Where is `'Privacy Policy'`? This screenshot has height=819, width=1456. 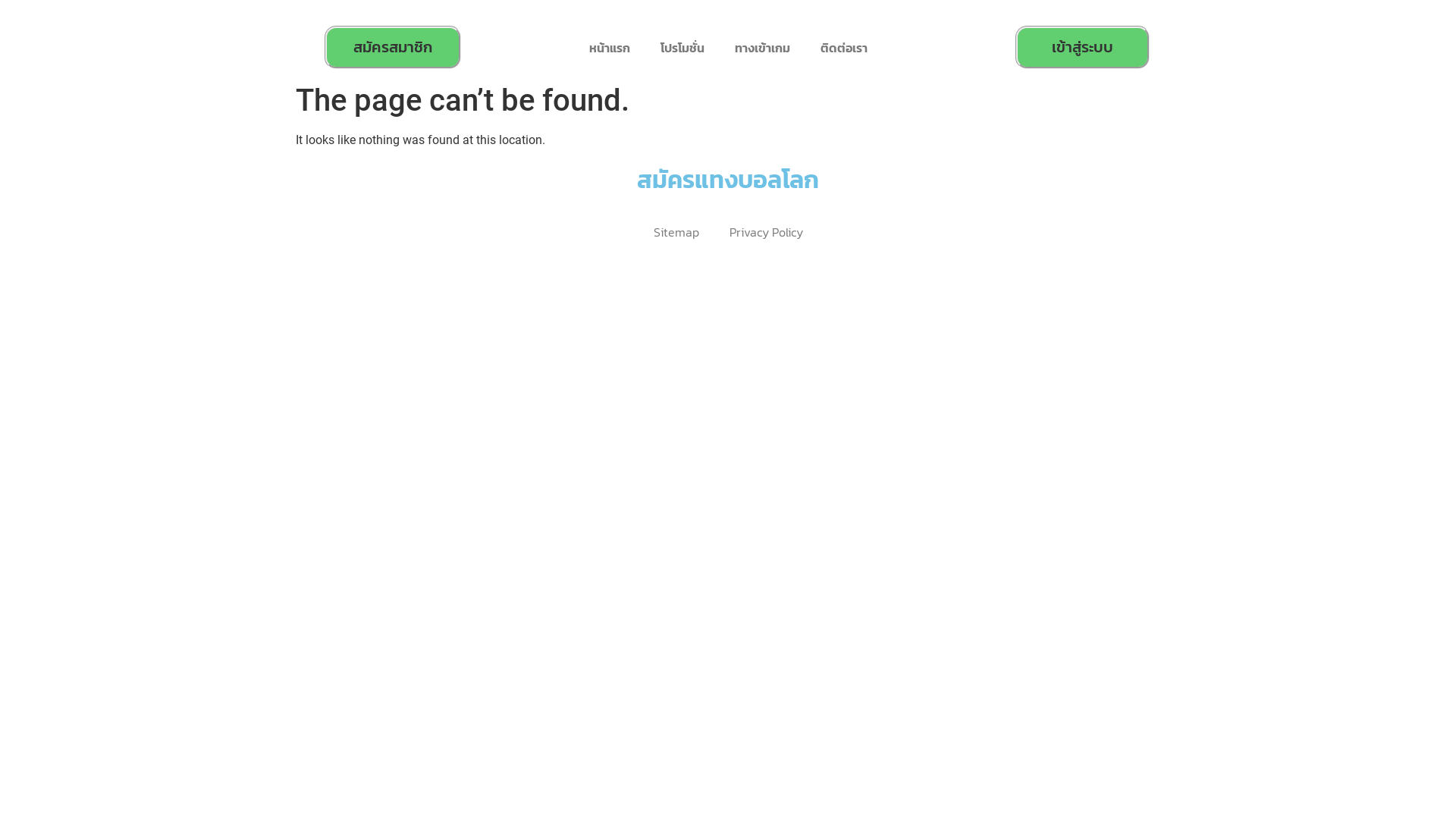 'Privacy Policy' is located at coordinates (766, 232).